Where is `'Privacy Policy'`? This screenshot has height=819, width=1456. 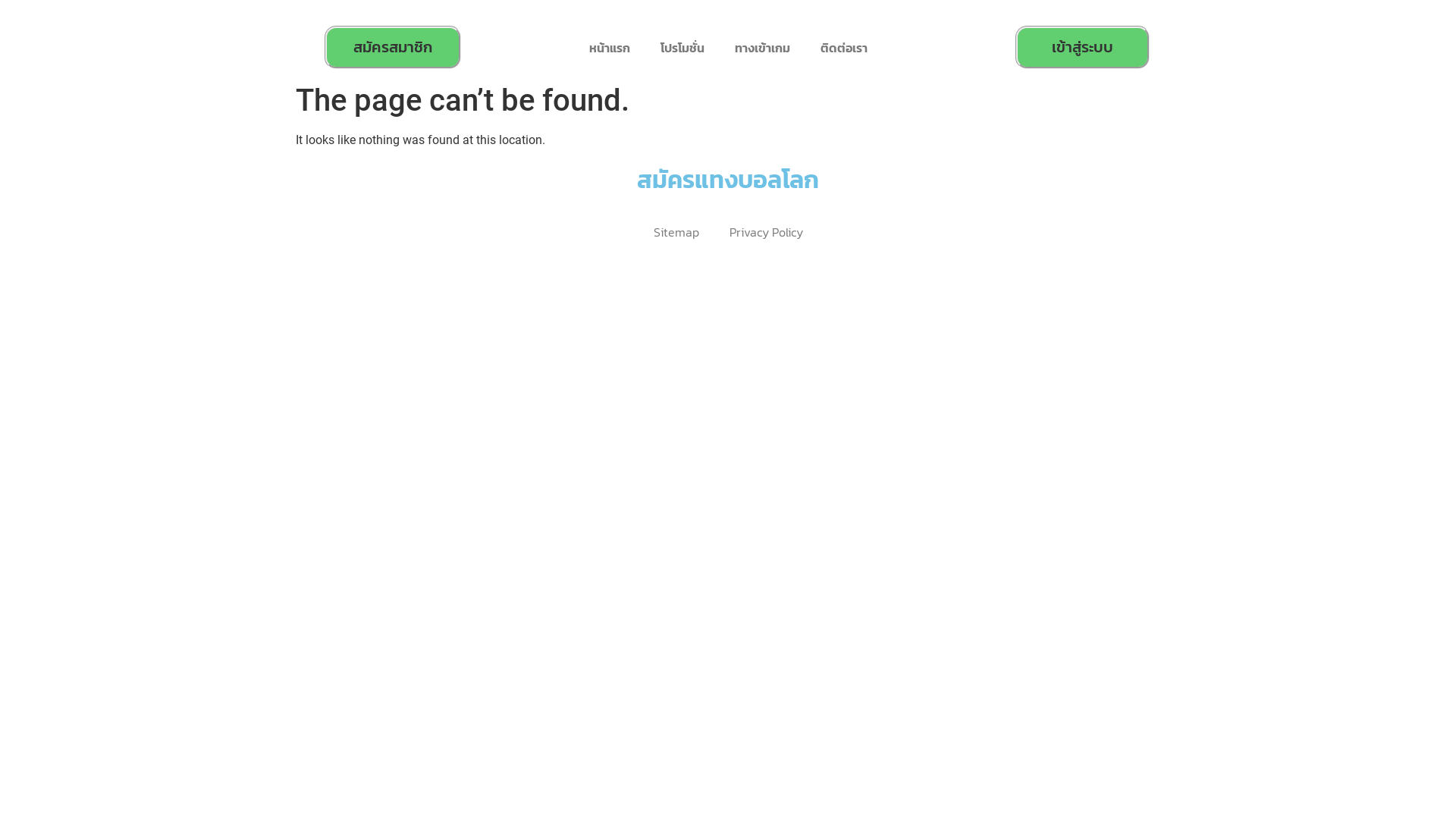 'Privacy Policy' is located at coordinates (766, 232).